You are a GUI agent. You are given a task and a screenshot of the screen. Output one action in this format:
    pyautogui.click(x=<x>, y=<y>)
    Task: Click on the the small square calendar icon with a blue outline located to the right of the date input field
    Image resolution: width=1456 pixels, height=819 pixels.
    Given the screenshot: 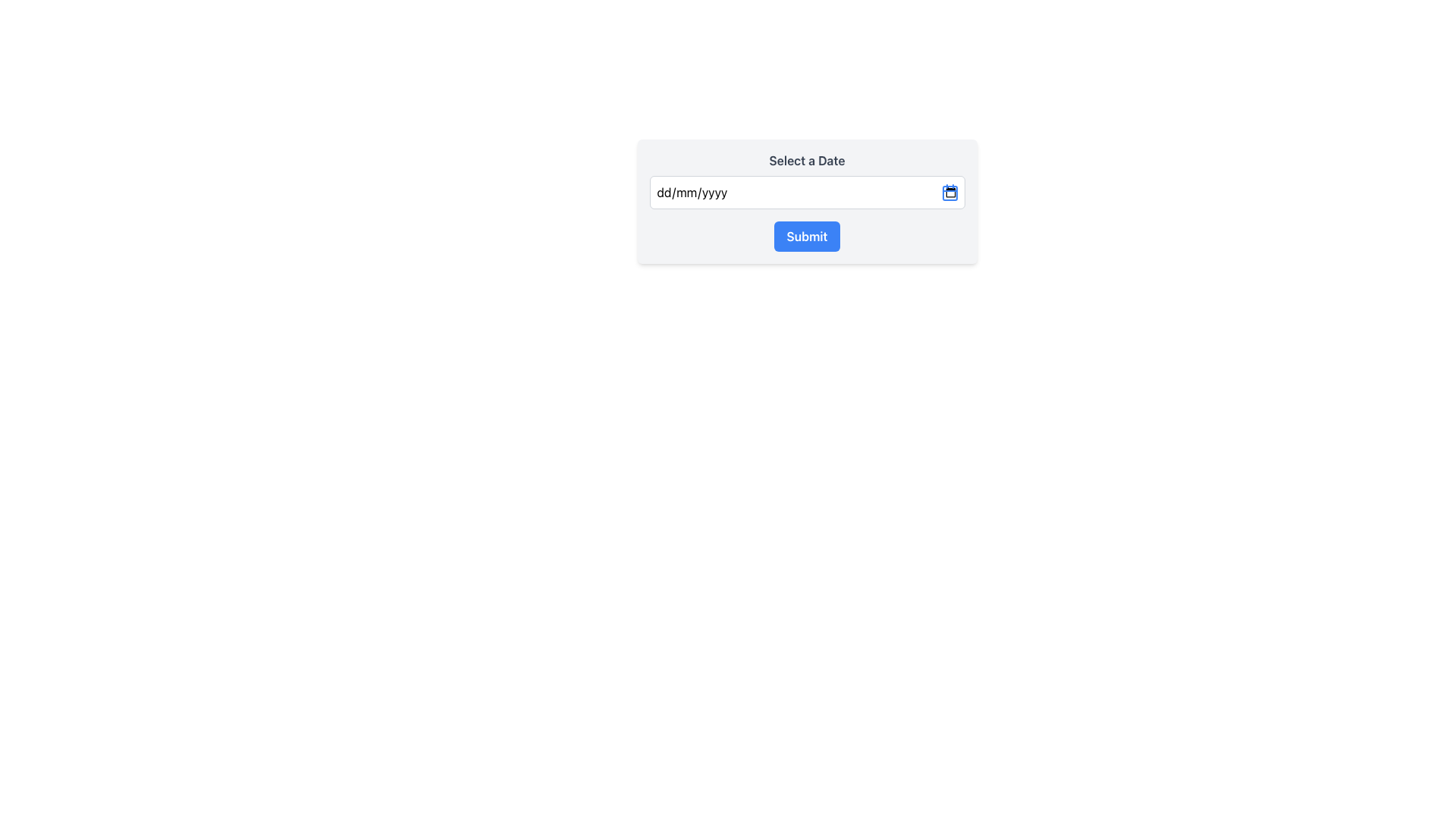 What is the action you would take?
    pyautogui.click(x=949, y=192)
    